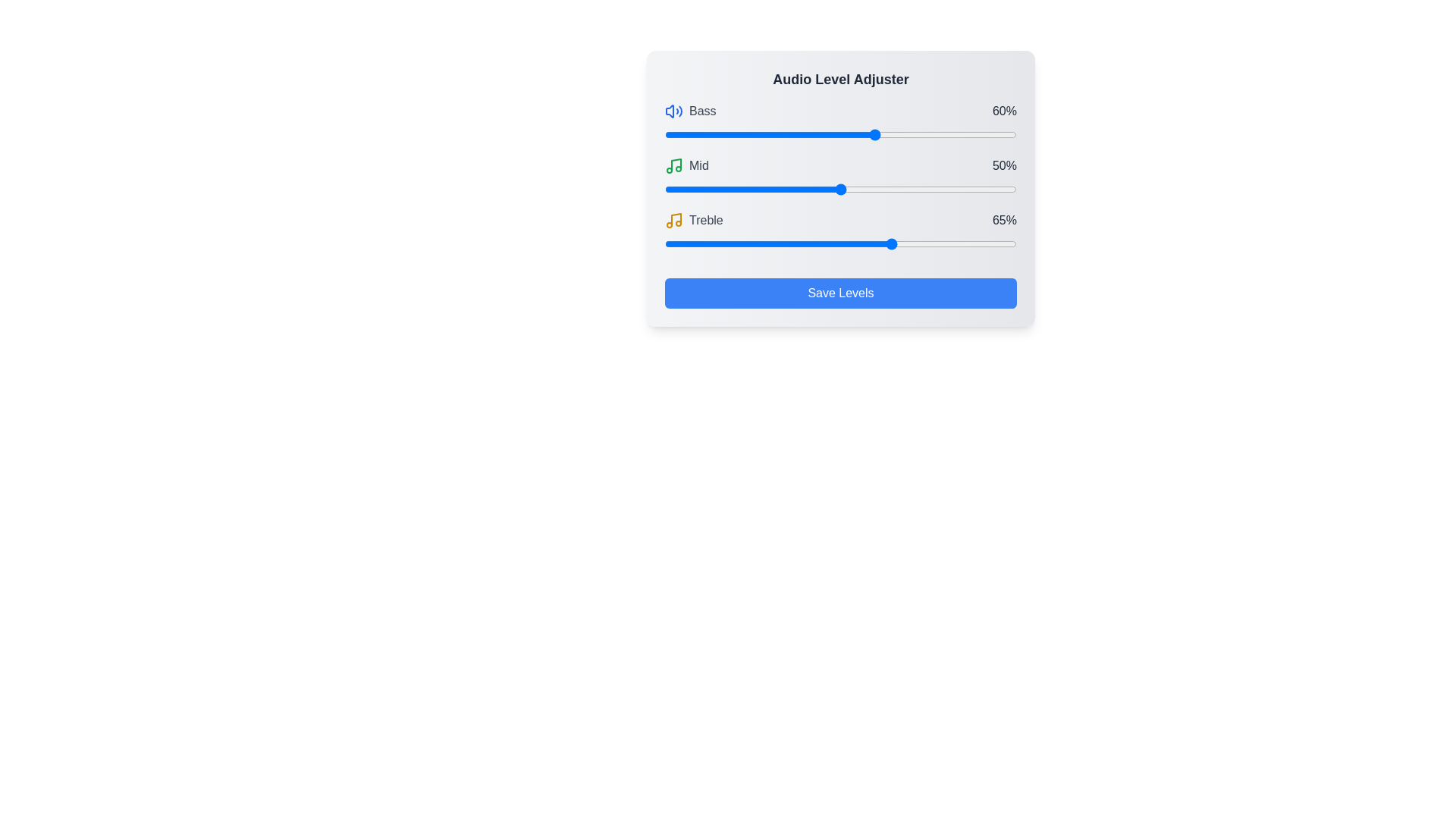 This screenshot has width=1456, height=819. What do you see at coordinates (701, 110) in the screenshot?
I see `the text label that reads 'Bass.' styled in gray, positioned next to a blue sound icon in the audio adjustment interface` at bounding box center [701, 110].